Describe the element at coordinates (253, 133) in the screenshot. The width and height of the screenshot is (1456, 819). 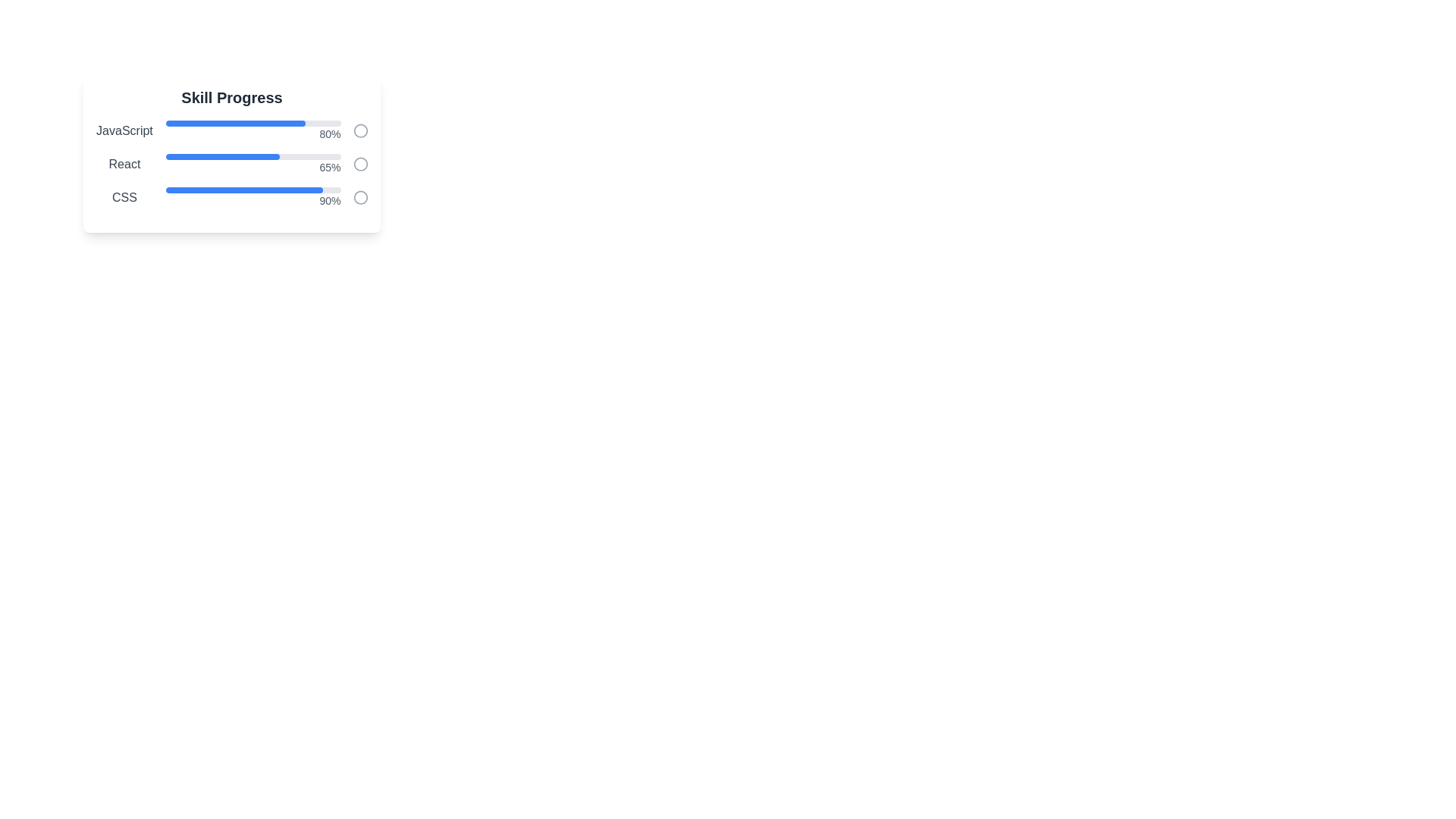
I see `the text label displaying '80%' which is styled with a small gray font and aligned to the right, located adjacent to the progress bar labeled 'JavaScript'` at that location.